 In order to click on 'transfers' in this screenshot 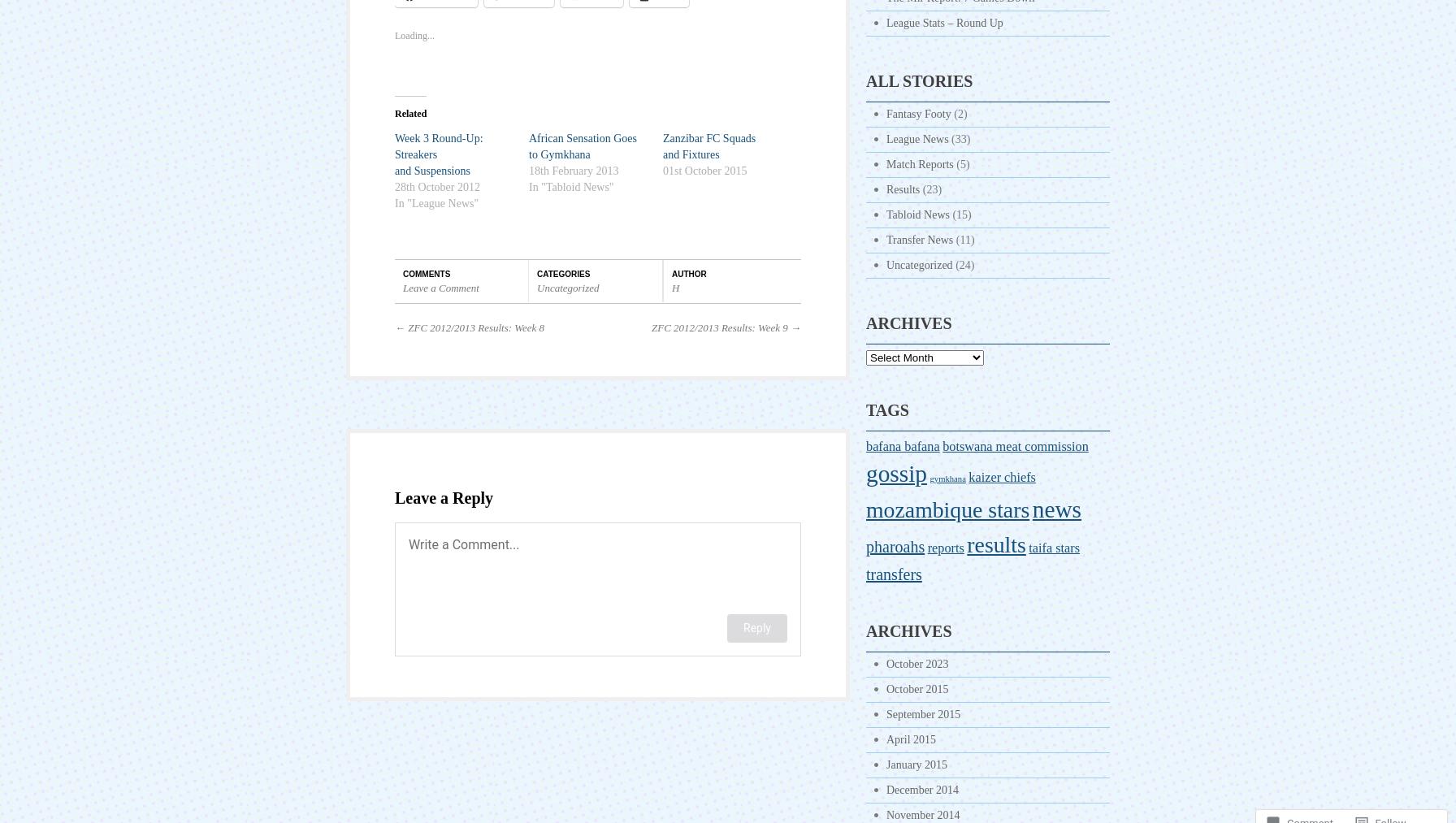, I will do `click(893, 573)`.